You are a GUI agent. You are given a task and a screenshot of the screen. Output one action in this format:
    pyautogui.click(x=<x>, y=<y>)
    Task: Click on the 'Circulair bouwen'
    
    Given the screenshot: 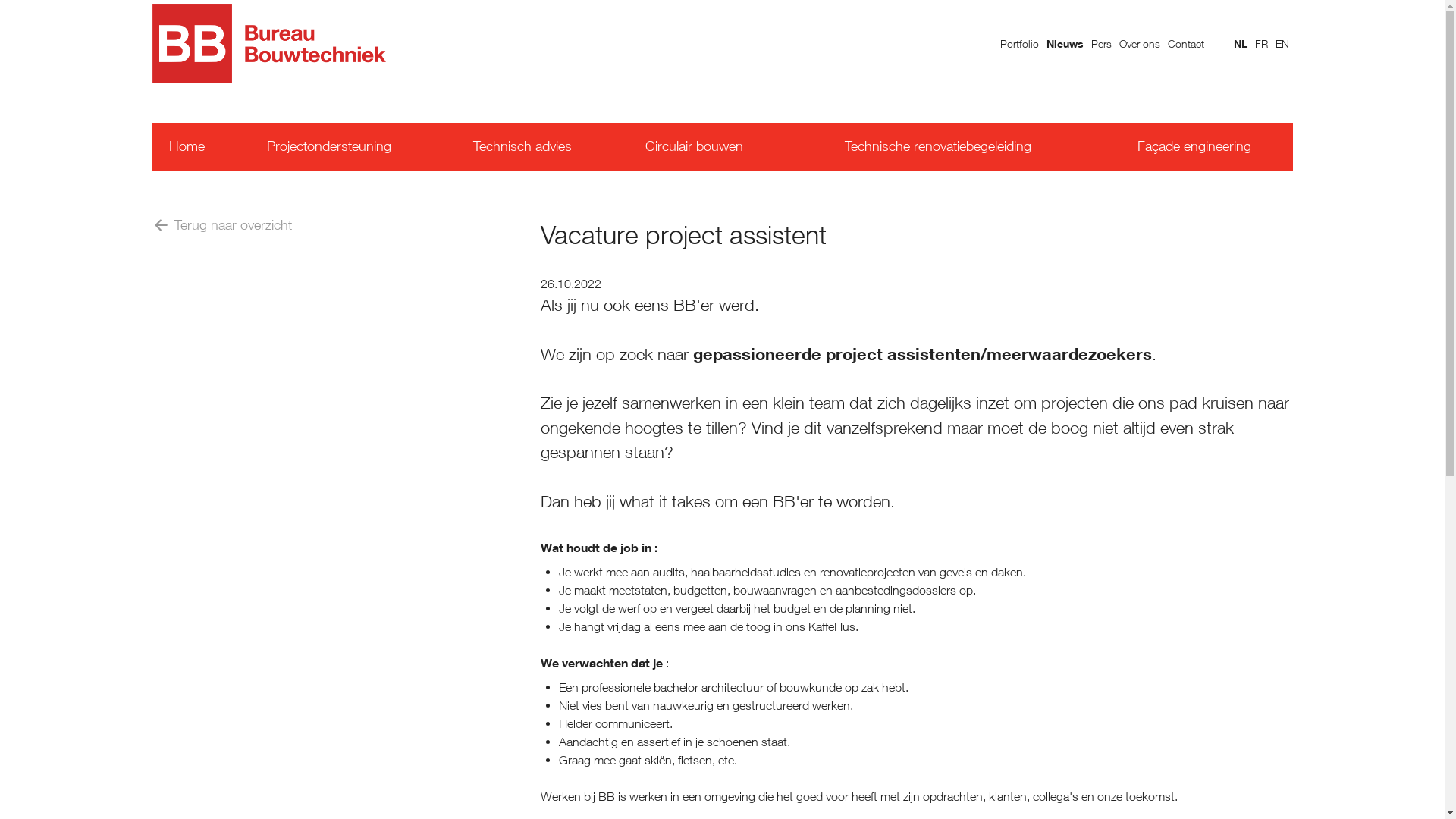 What is the action you would take?
    pyautogui.click(x=645, y=146)
    